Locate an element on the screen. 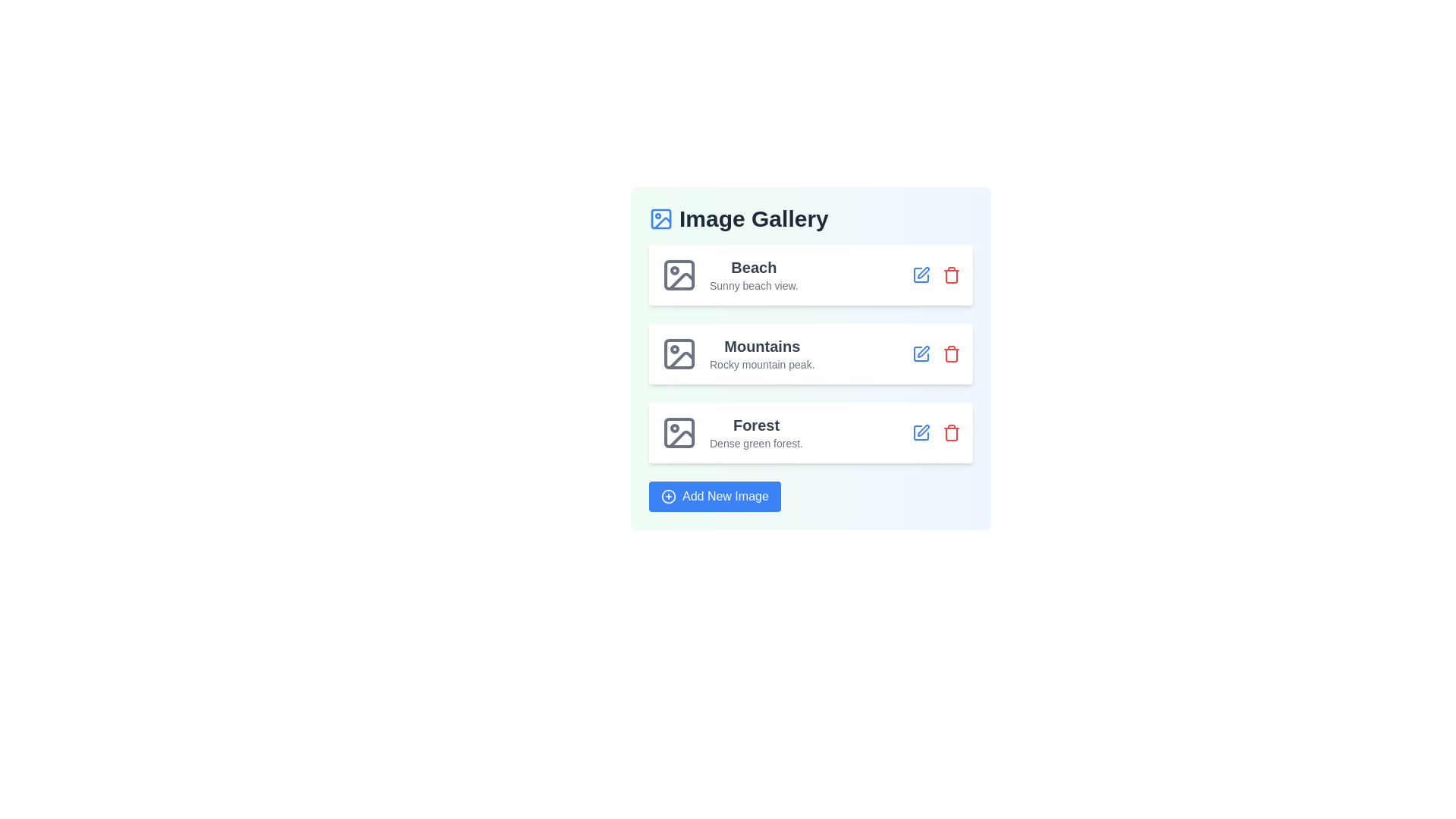 The height and width of the screenshot is (819, 1456). edit button for the image titled 'Mountains' is located at coordinates (920, 353).